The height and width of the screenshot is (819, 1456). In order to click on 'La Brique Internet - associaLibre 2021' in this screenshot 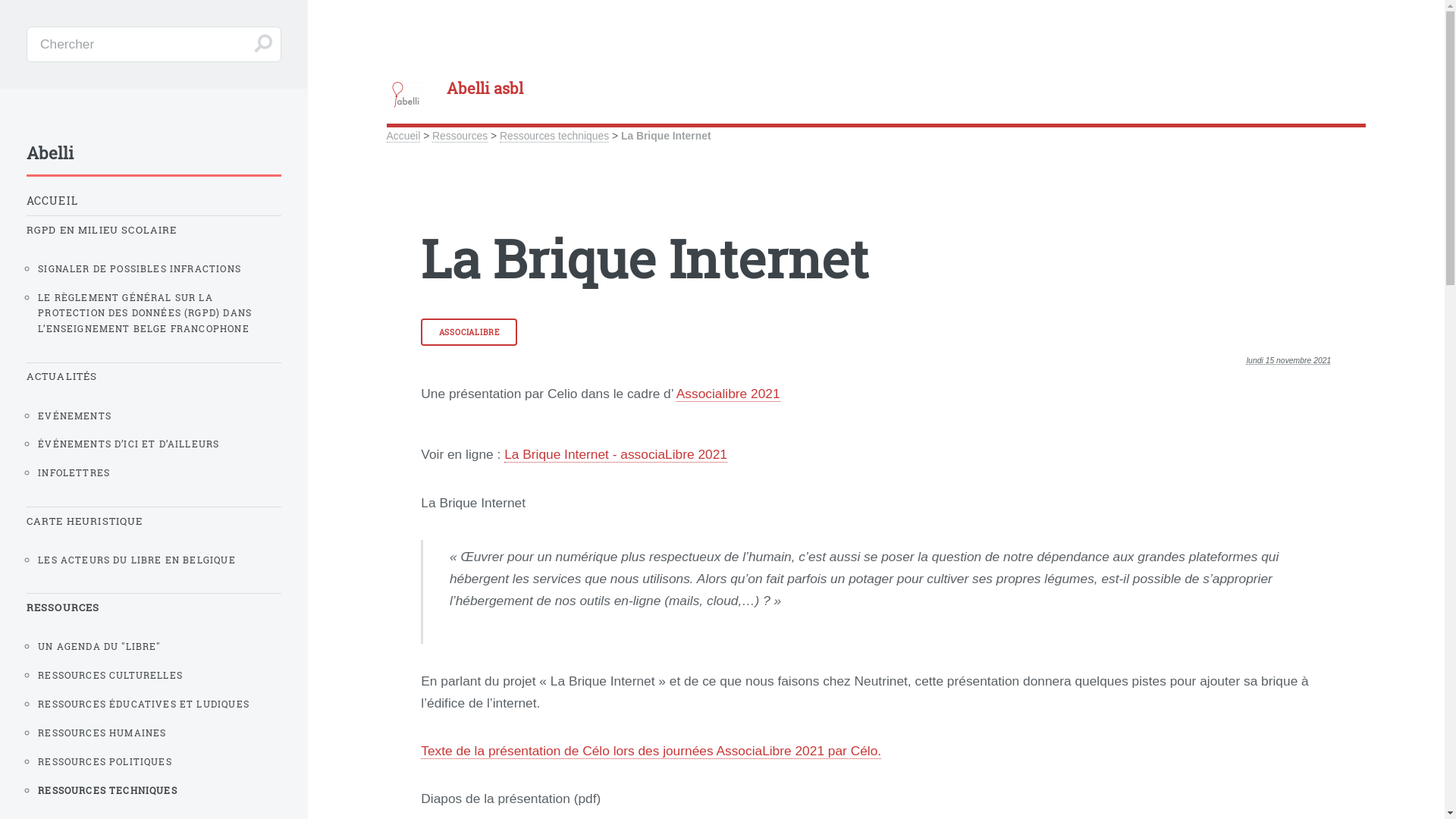, I will do `click(504, 453)`.